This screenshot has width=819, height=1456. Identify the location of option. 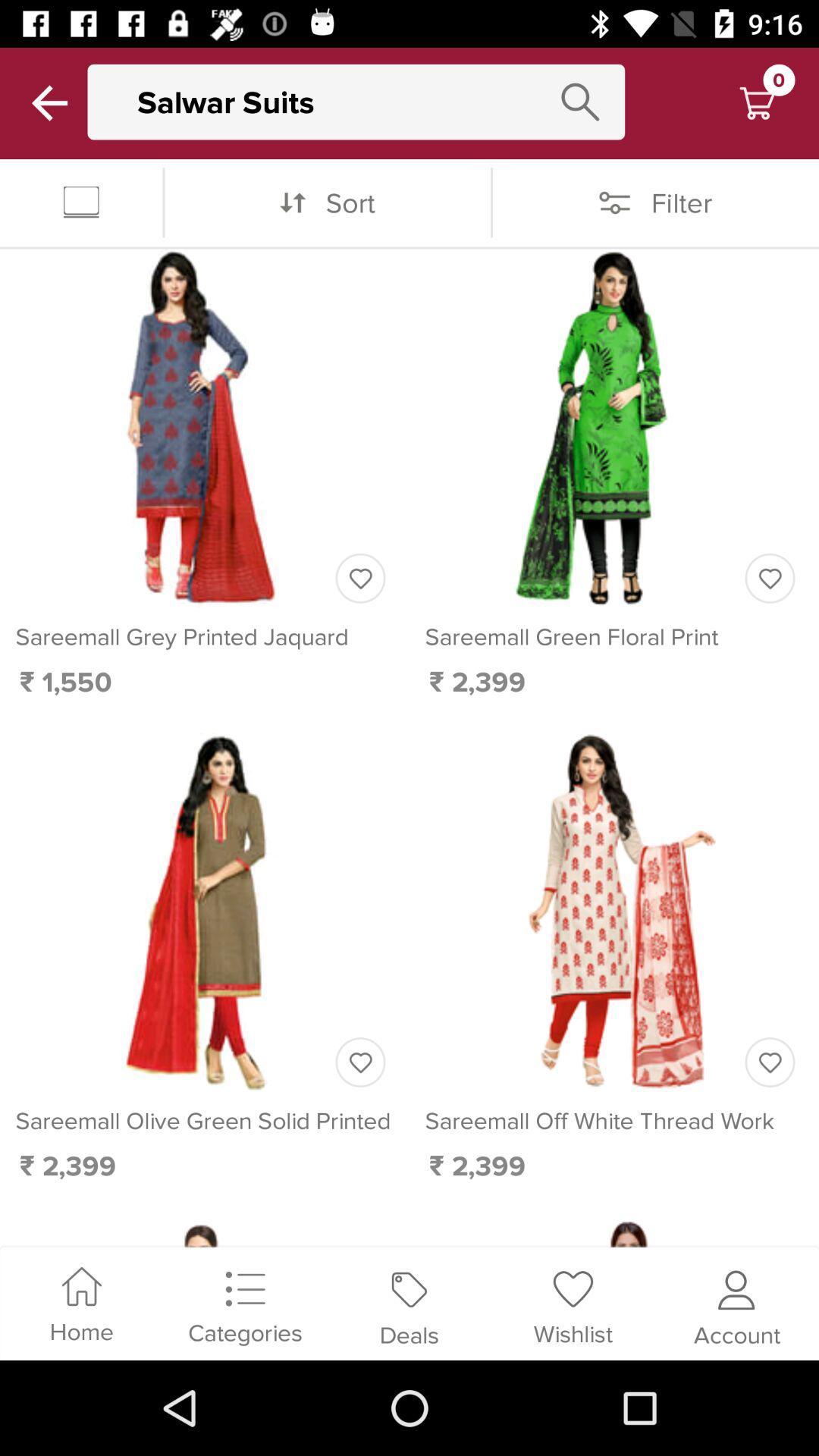
(770, 577).